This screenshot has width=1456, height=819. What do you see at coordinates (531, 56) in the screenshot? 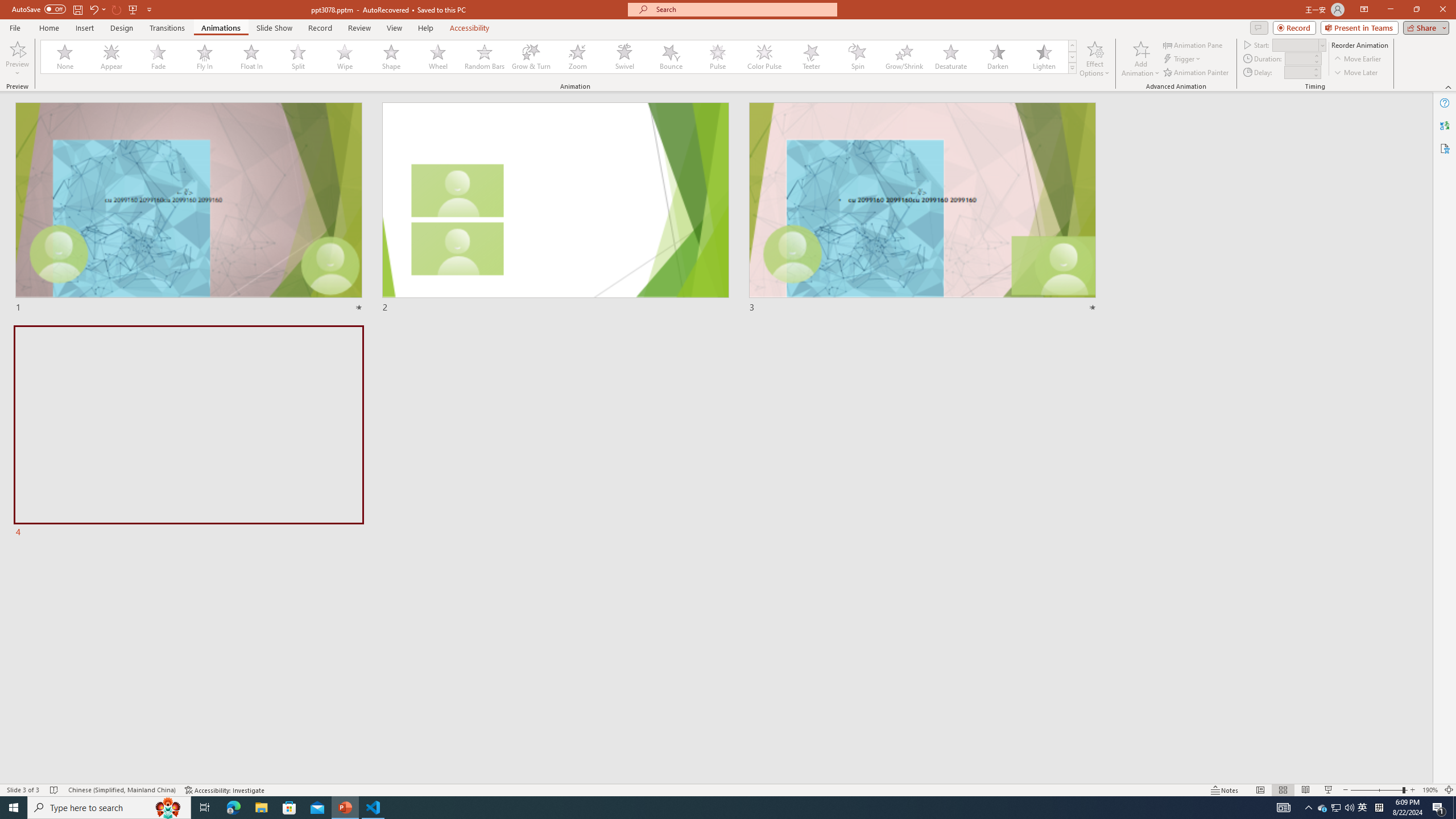
I see `'Grow & Turn'` at bounding box center [531, 56].